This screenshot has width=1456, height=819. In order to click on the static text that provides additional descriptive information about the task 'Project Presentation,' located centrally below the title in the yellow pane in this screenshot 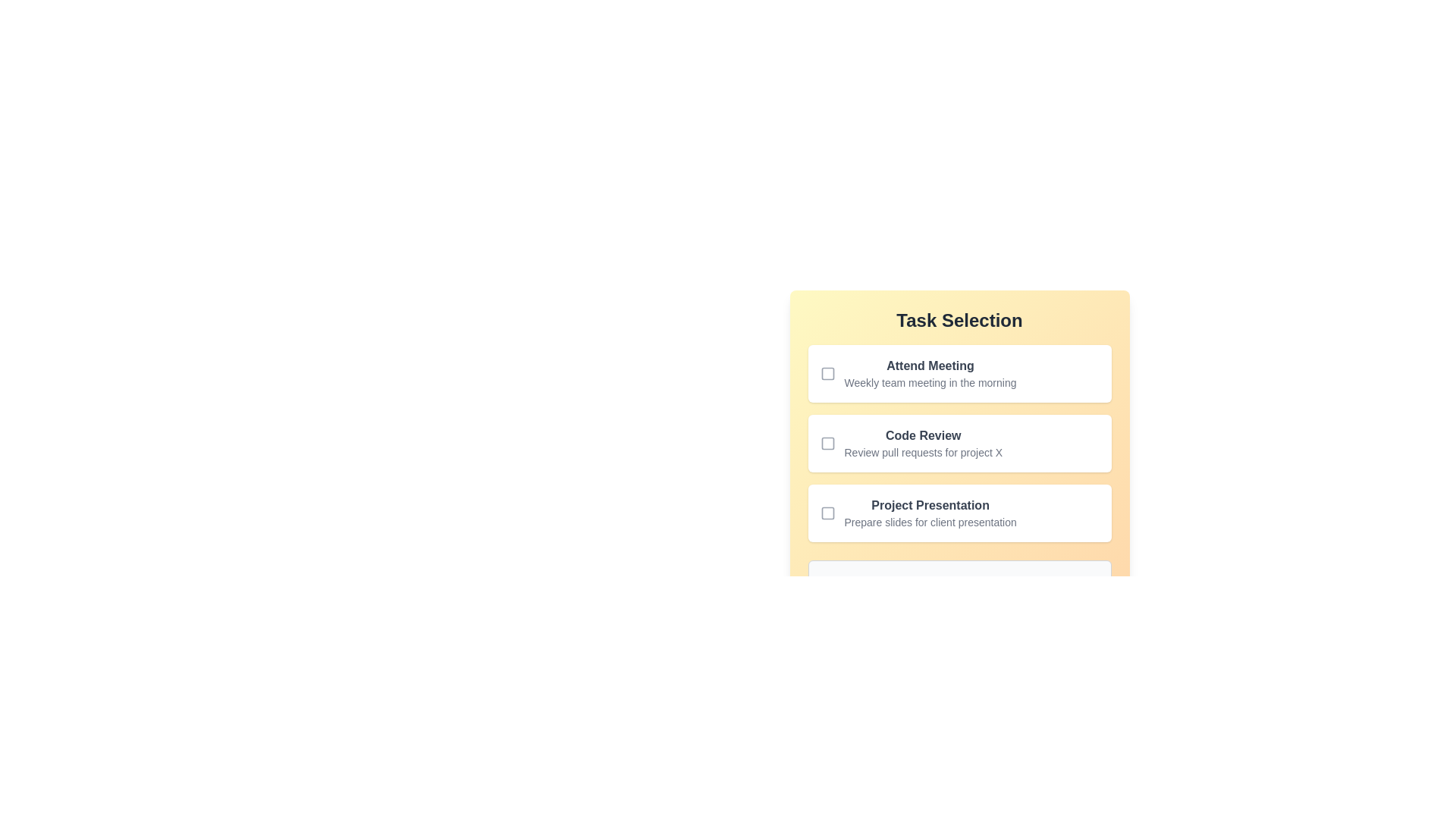, I will do `click(930, 522)`.